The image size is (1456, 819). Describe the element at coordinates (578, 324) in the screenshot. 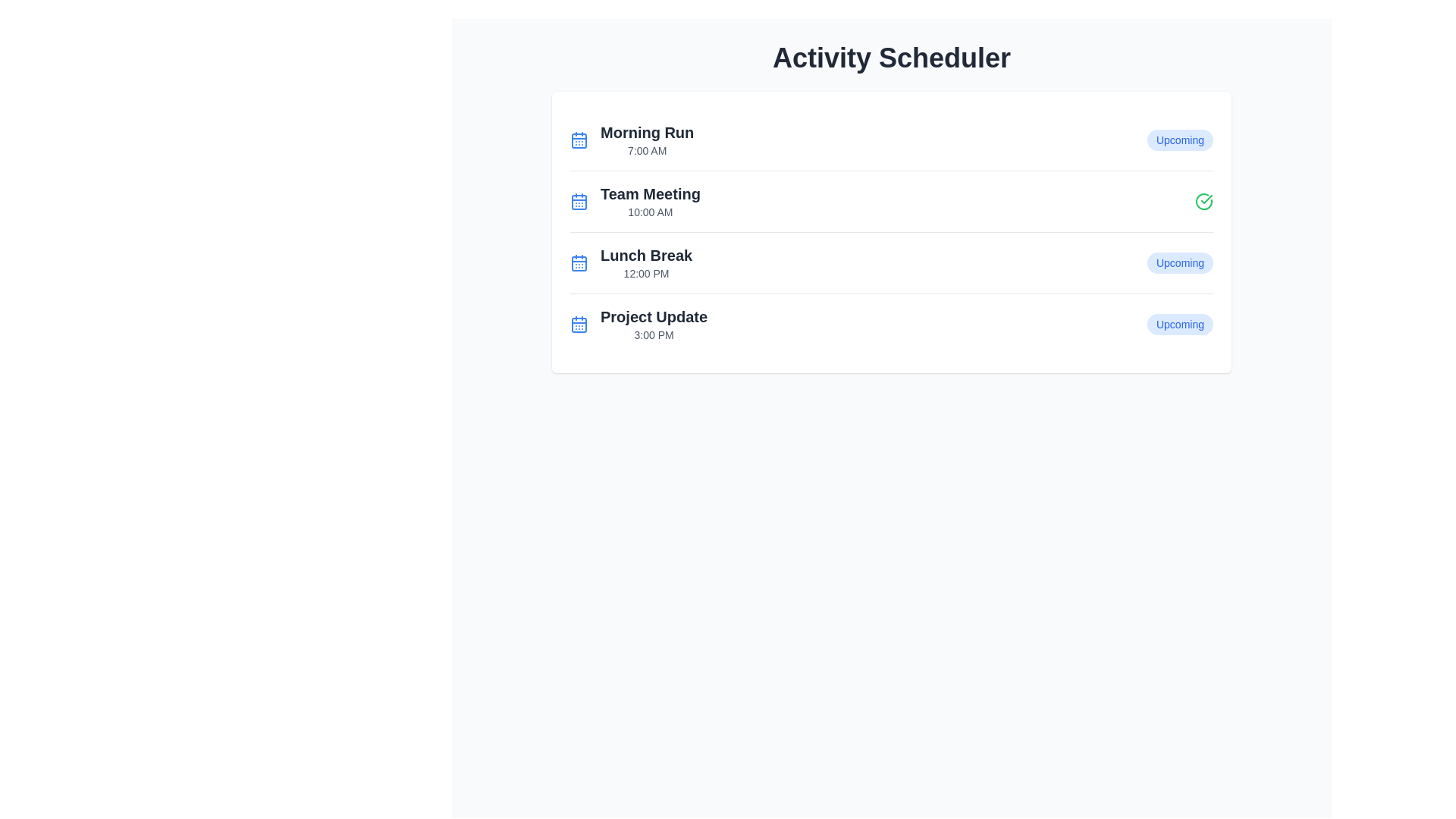

I see `the interactive calendar icon located to the left of the text 'Project Update' in the Activity Scheduler section, which is the fourth icon in the vertical list of events` at that location.